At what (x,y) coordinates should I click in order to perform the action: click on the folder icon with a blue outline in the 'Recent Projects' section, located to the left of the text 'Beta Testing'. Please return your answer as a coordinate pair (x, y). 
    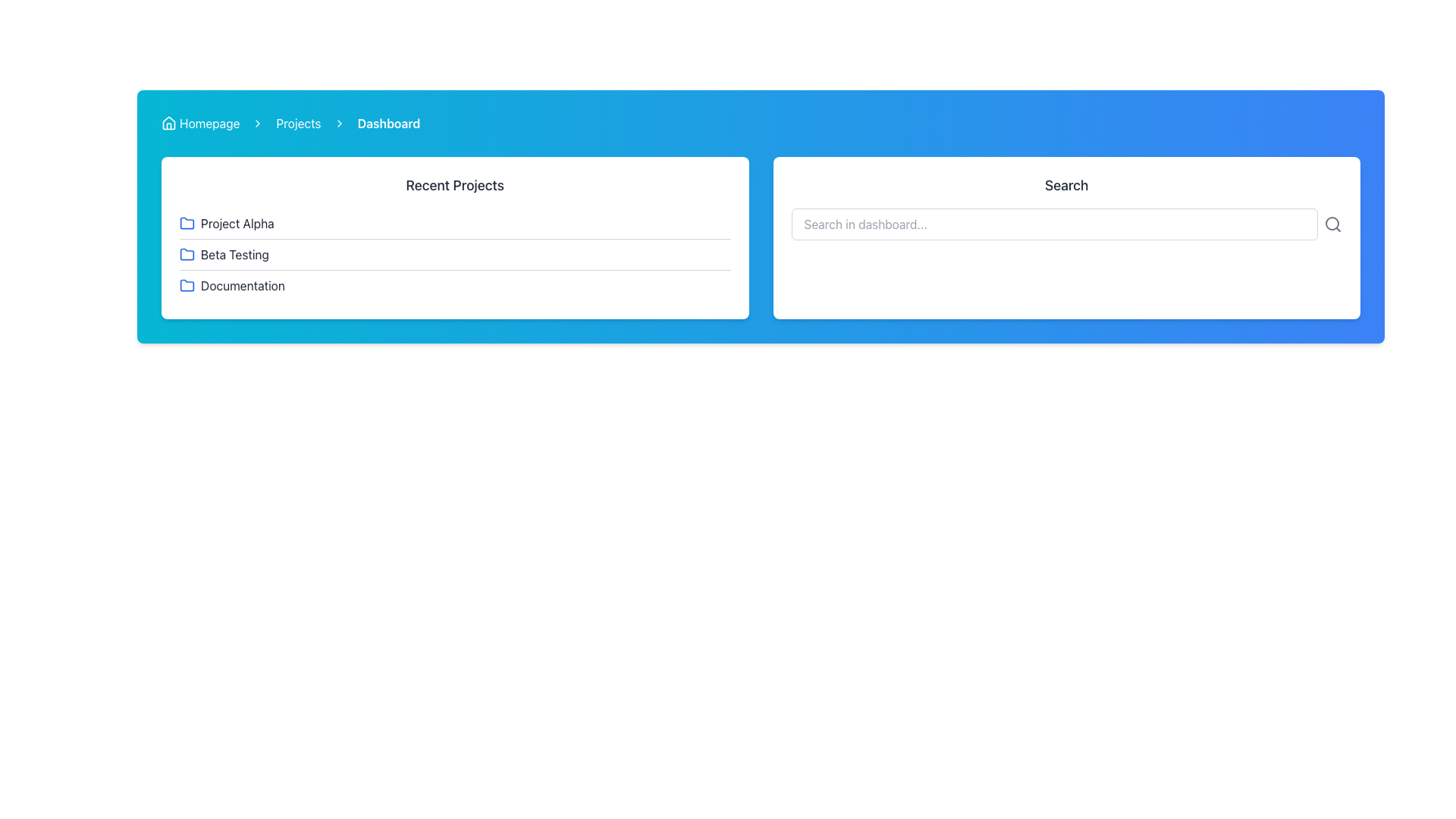
    Looking at the image, I should click on (186, 253).